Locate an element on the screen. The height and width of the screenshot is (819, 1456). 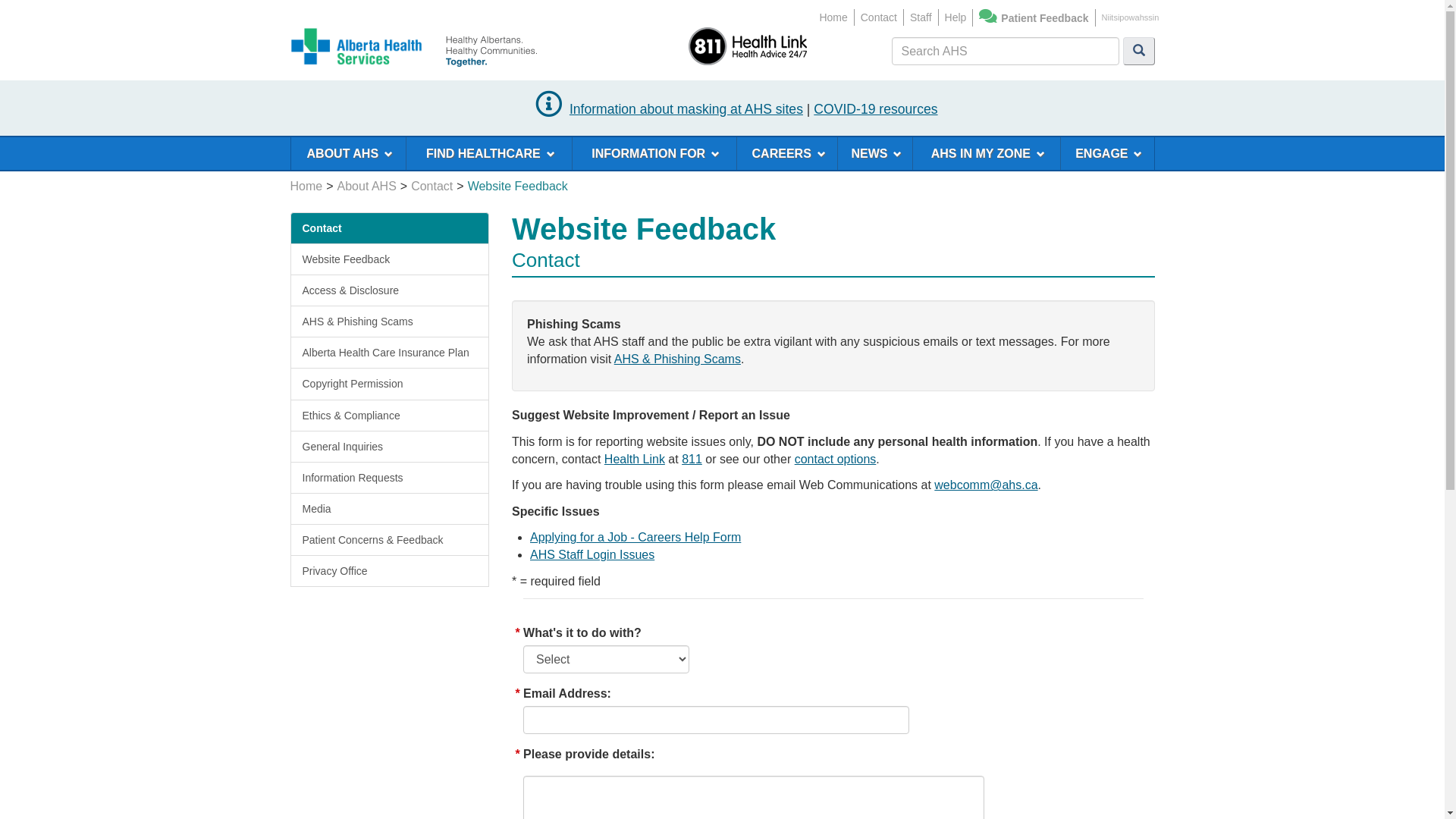
'Help' is located at coordinates (955, 17).